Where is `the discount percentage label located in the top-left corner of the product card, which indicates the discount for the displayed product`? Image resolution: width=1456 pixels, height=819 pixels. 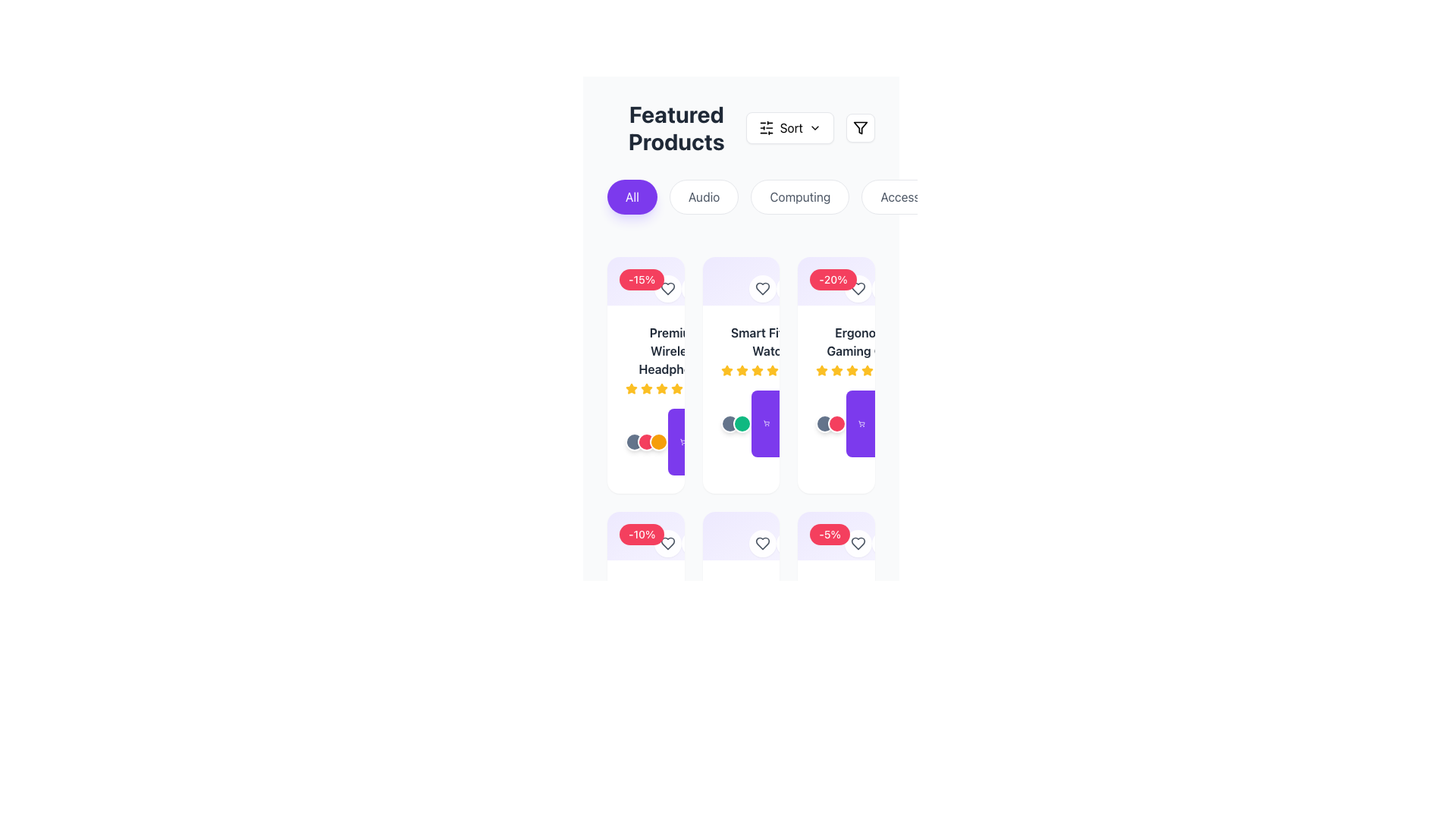
the discount percentage label located in the top-left corner of the product card, which indicates the discount for the displayed product is located at coordinates (836, 535).